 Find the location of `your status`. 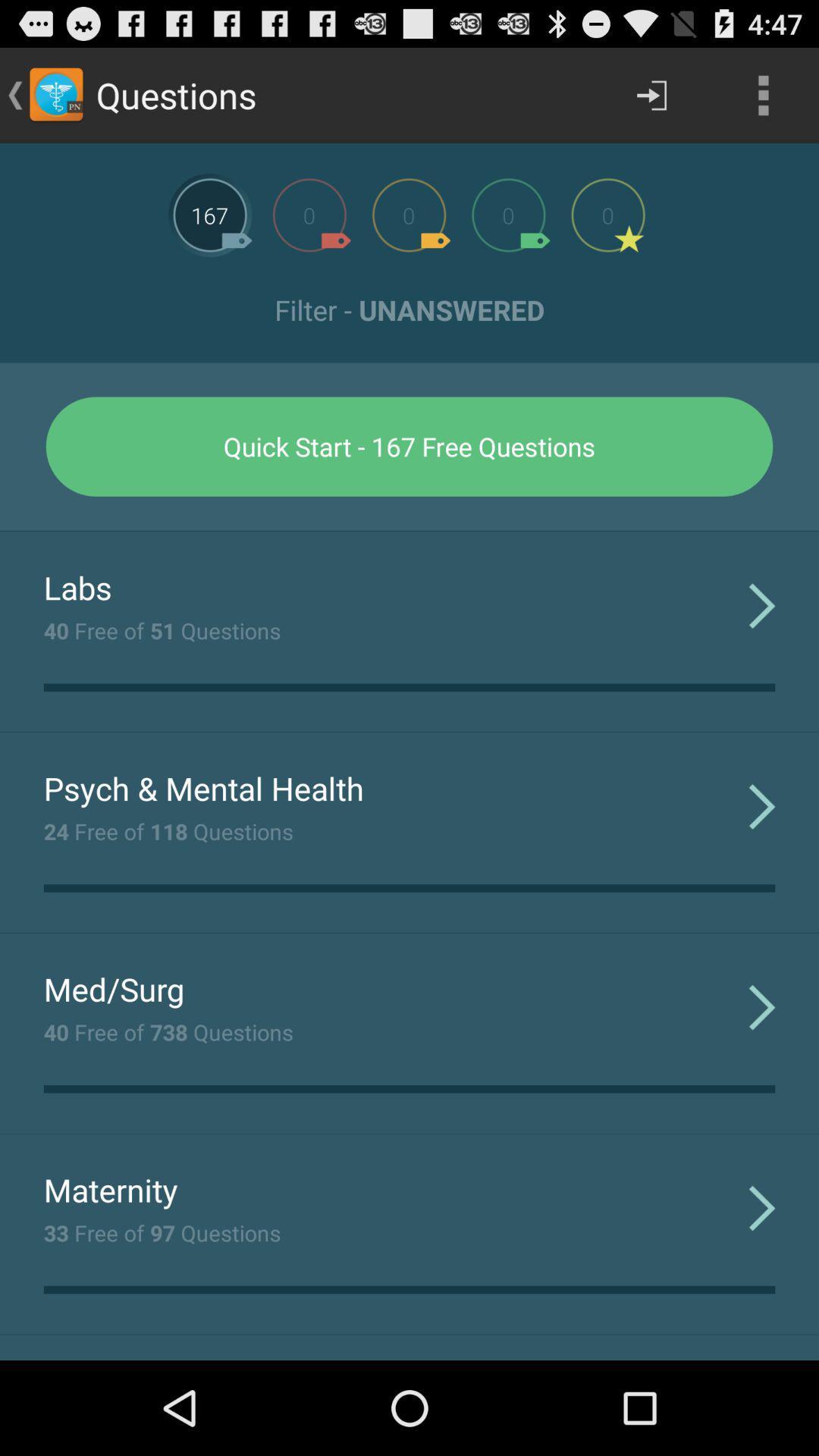

your status is located at coordinates (309, 214).